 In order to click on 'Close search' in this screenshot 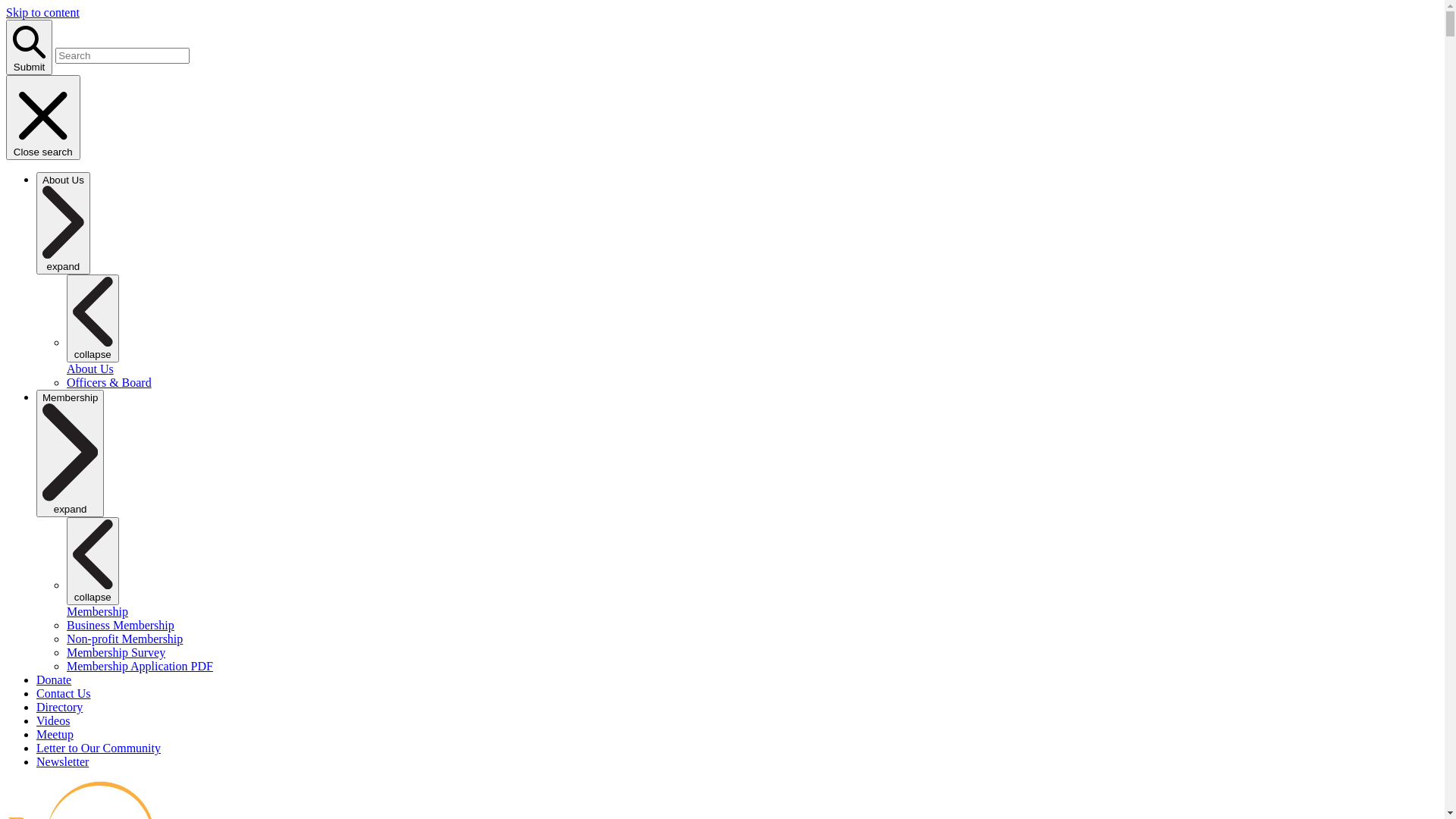, I will do `click(43, 116)`.